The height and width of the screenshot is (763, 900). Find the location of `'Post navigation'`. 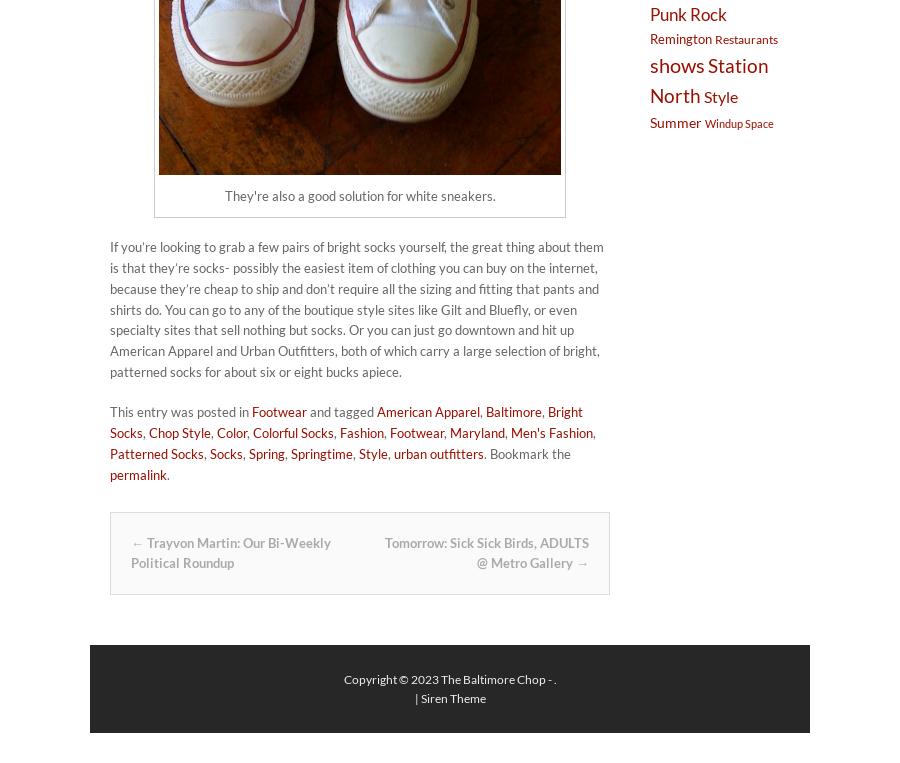

'Post navigation' is located at coordinates (190, 526).